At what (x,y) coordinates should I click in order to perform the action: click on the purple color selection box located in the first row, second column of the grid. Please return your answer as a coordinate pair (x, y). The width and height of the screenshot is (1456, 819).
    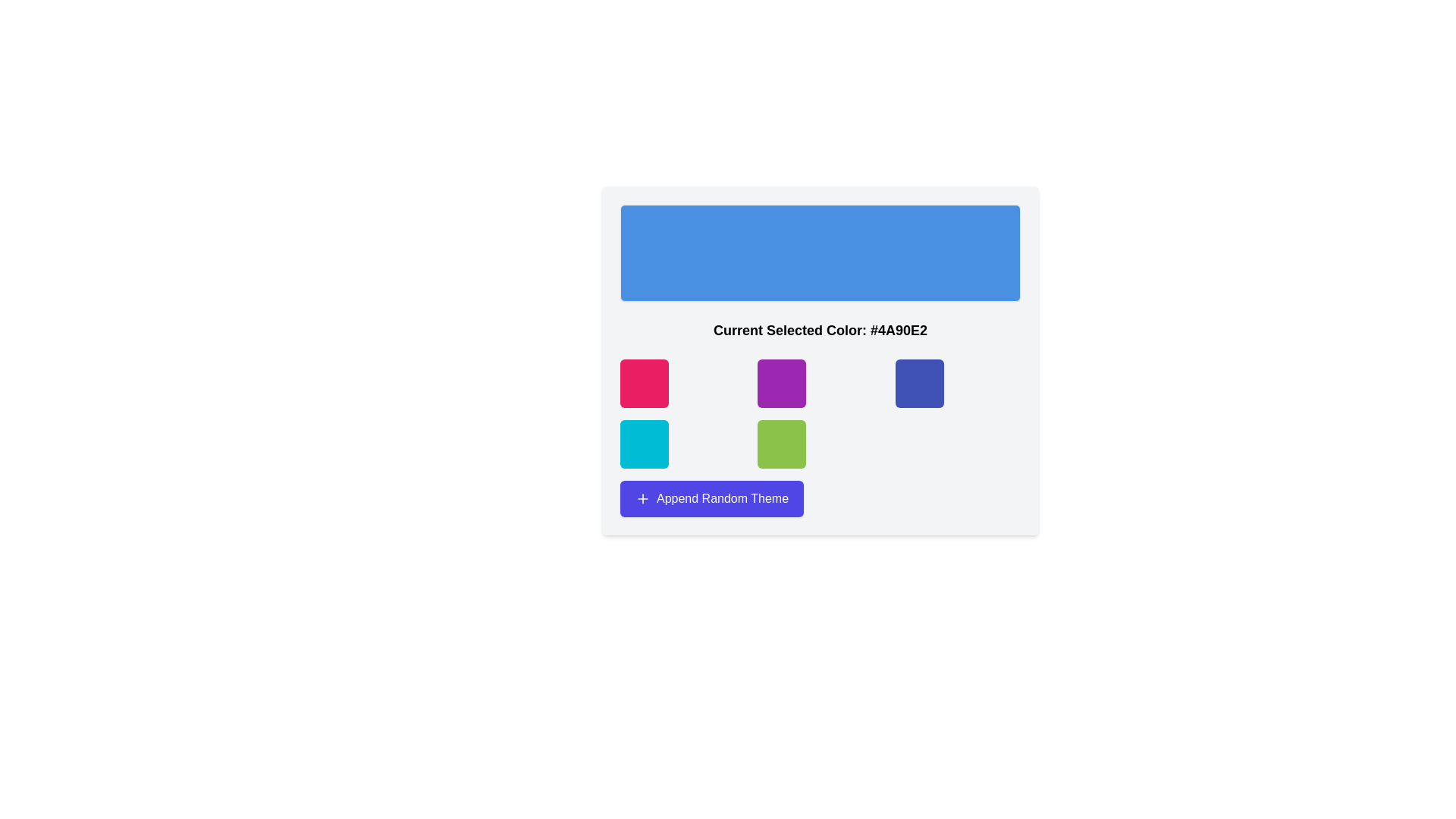
    Looking at the image, I should click on (819, 360).